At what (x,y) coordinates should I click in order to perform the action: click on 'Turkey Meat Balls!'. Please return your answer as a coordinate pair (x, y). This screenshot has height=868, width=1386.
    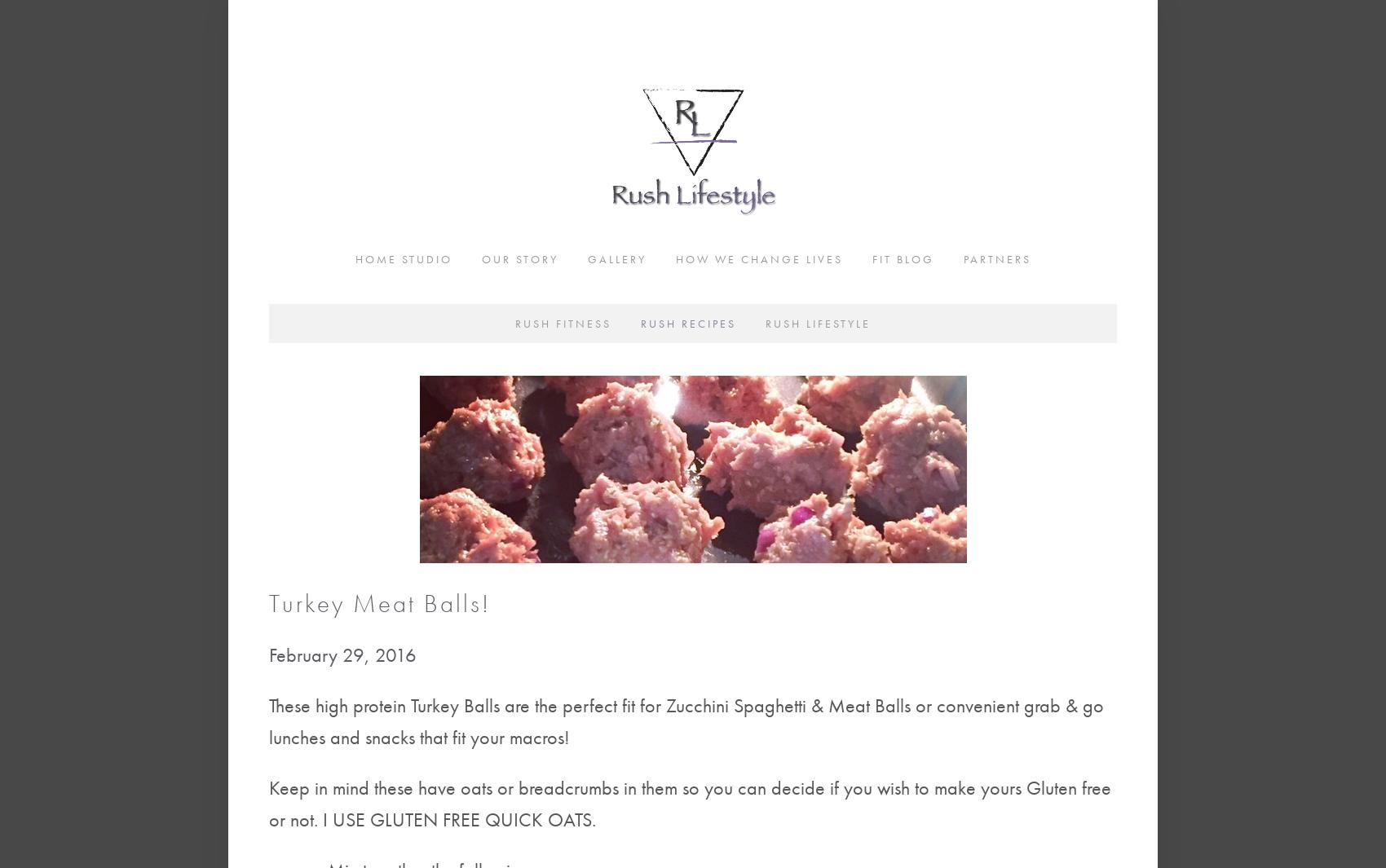
    Looking at the image, I should click on (379, 603).